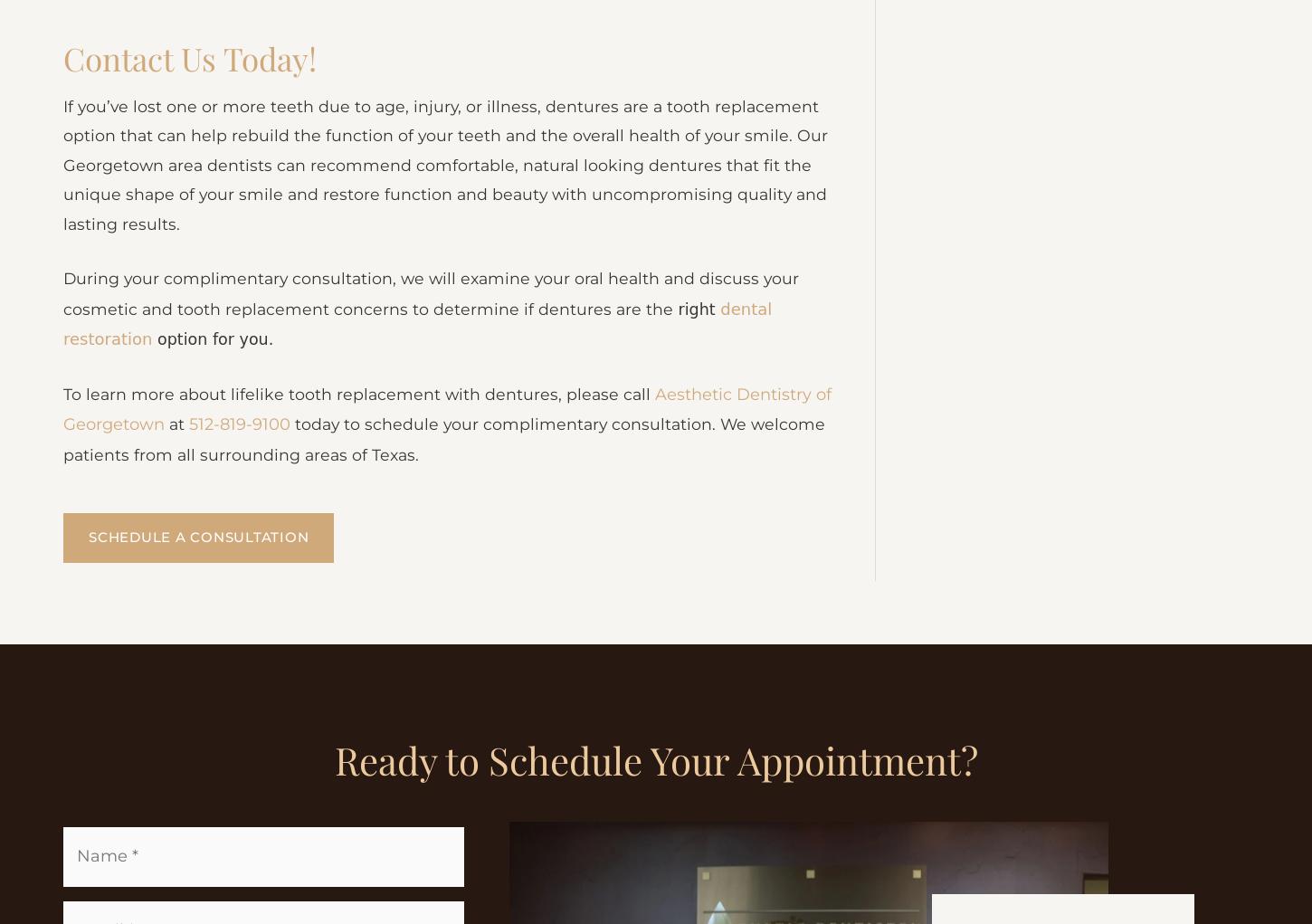  I want to click on 'today to schedule your complimentary consultation. We welcome patients from all surrounding areas of Texas.', so click(448, 567).